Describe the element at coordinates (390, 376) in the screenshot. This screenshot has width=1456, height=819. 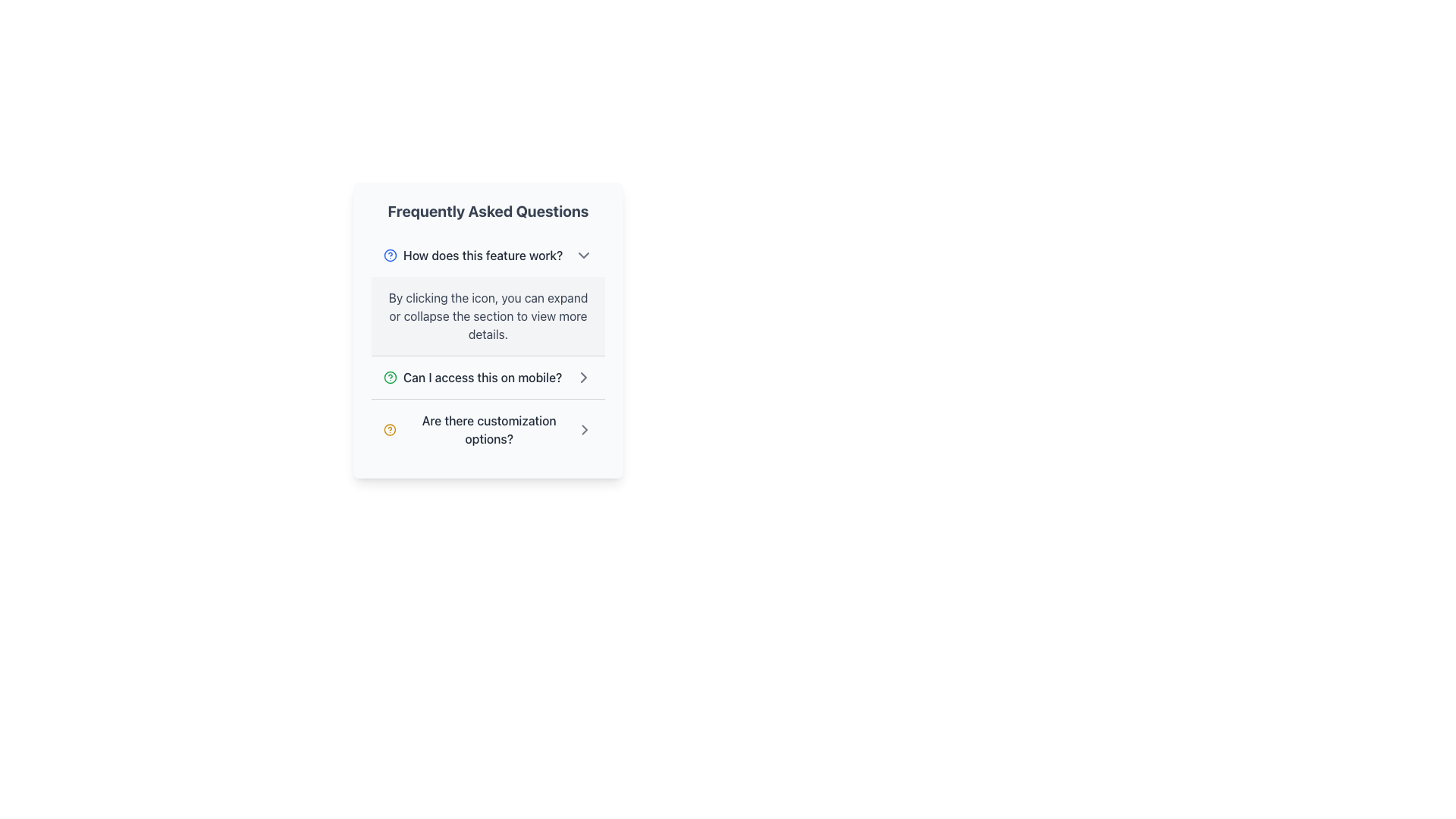
I see `the green circular icon with a white question mark located at the leftmost side of the 'Can I access this on mobile?' section in the FAQ widget to get more information` at that location.